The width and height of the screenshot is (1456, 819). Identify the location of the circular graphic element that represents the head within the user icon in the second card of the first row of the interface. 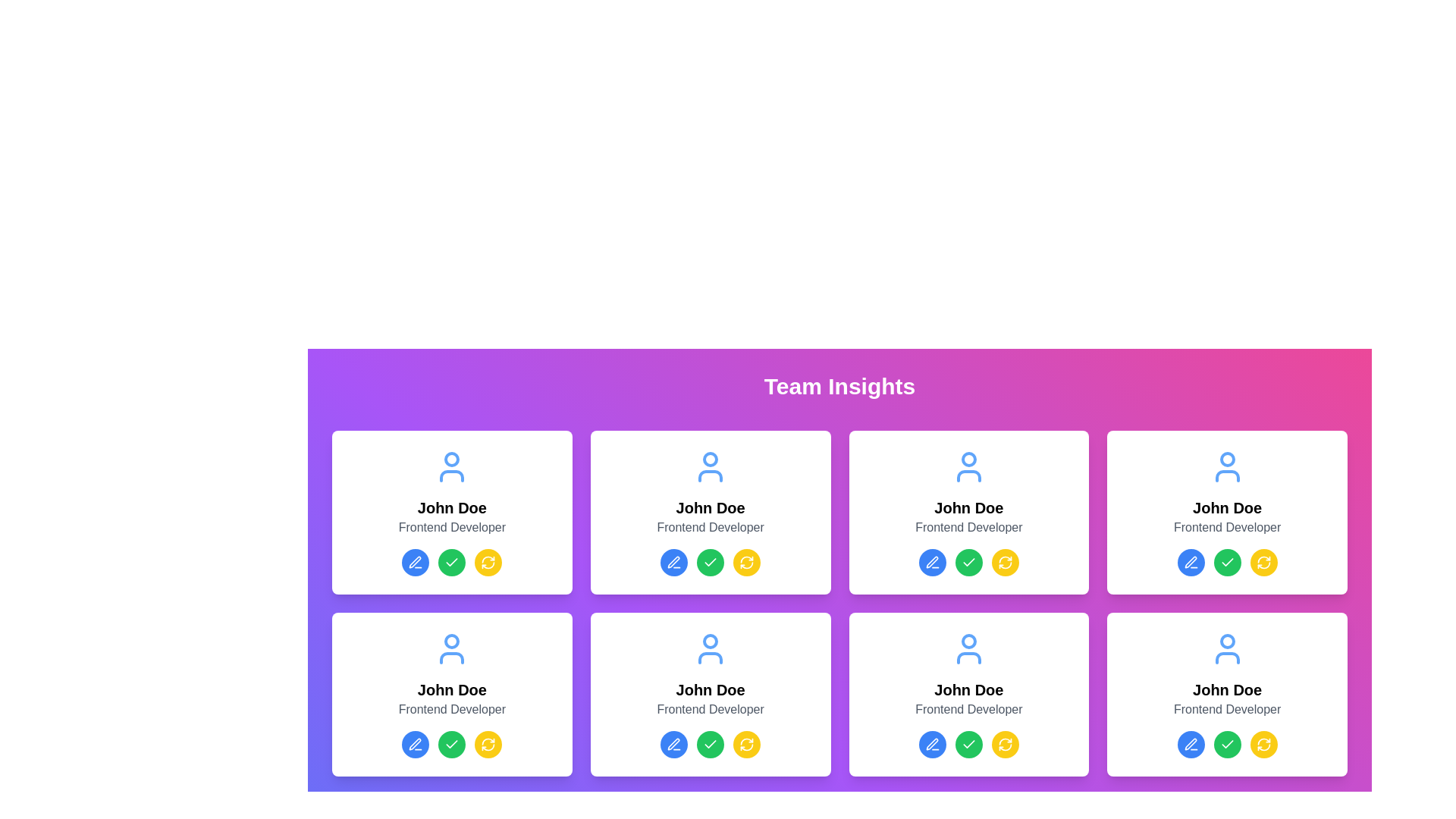
(710, 458).